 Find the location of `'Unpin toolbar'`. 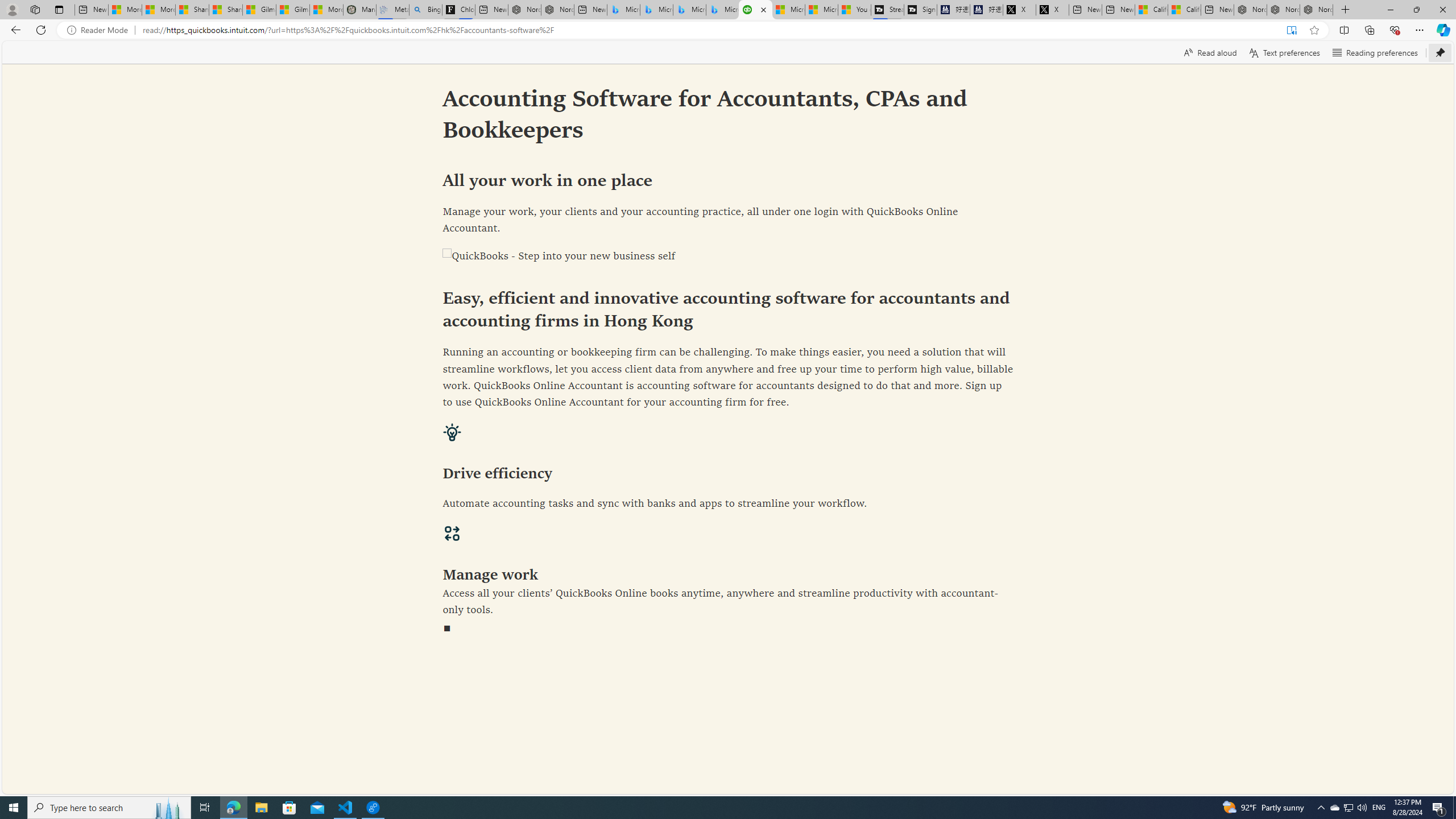

'Unpin toolbar' is located at coordinates (1440, 52).